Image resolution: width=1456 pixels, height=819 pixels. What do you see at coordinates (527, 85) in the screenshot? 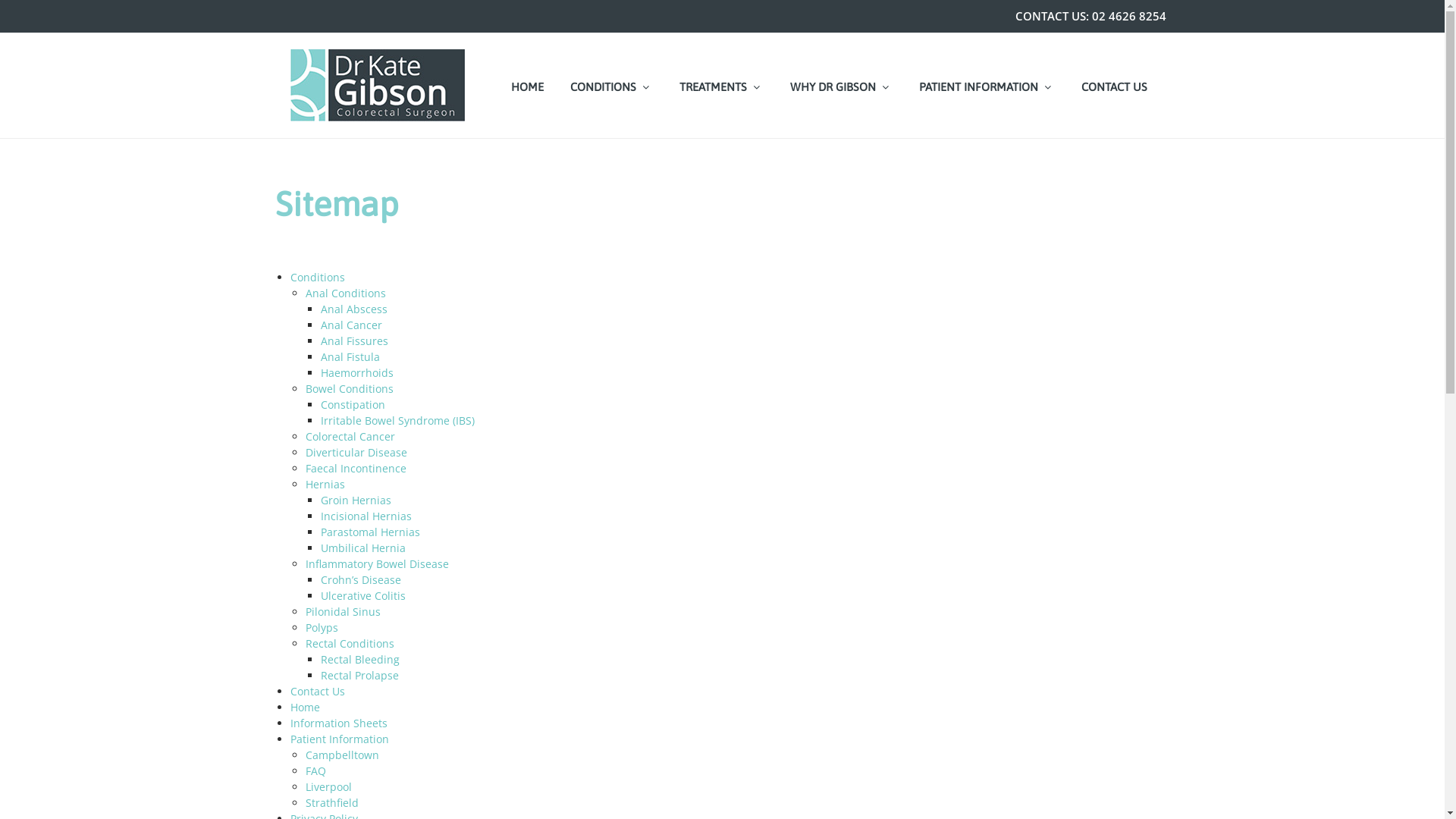
I see `'HOME'` at bounding box center [527, 85].